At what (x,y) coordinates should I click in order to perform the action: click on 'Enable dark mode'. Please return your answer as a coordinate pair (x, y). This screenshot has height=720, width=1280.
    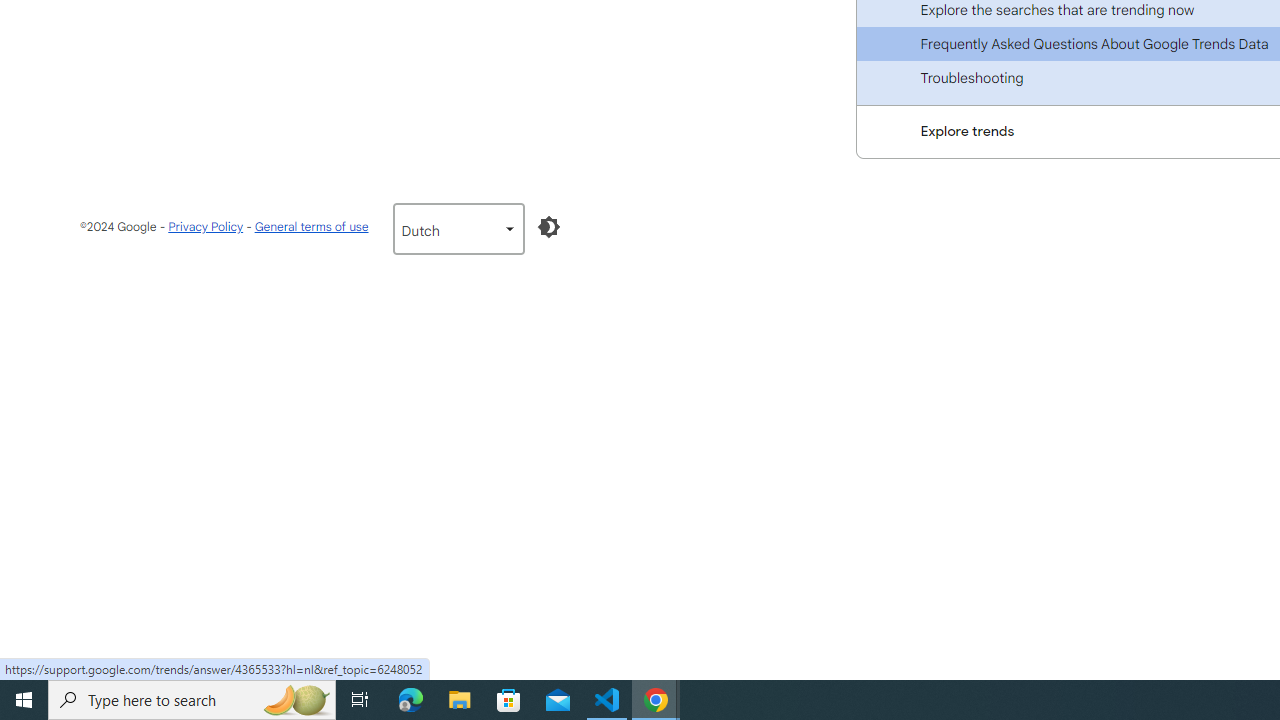
    Looking at the image, I should click on (548, 226).